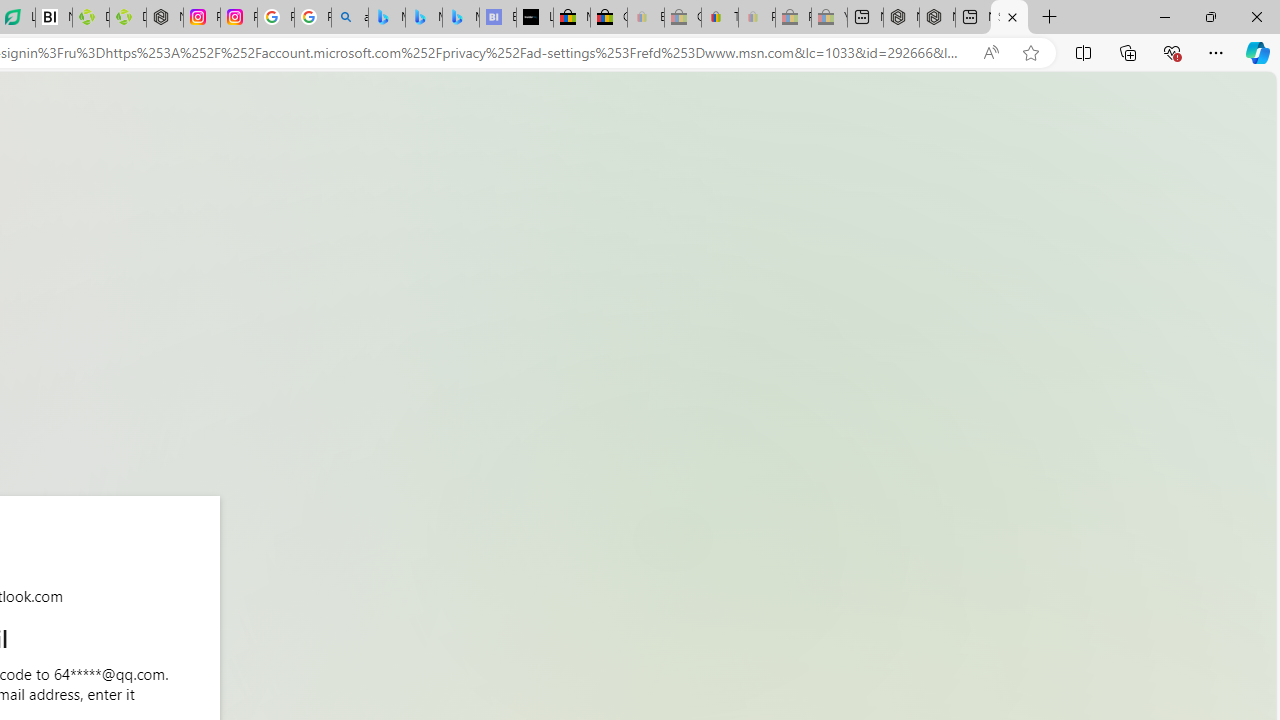 The image size is (1280, 720). Describe the element at coordinates (350, 17) in the screenshot. I see `'alabama high school quarterback dies - Search'` at that location.